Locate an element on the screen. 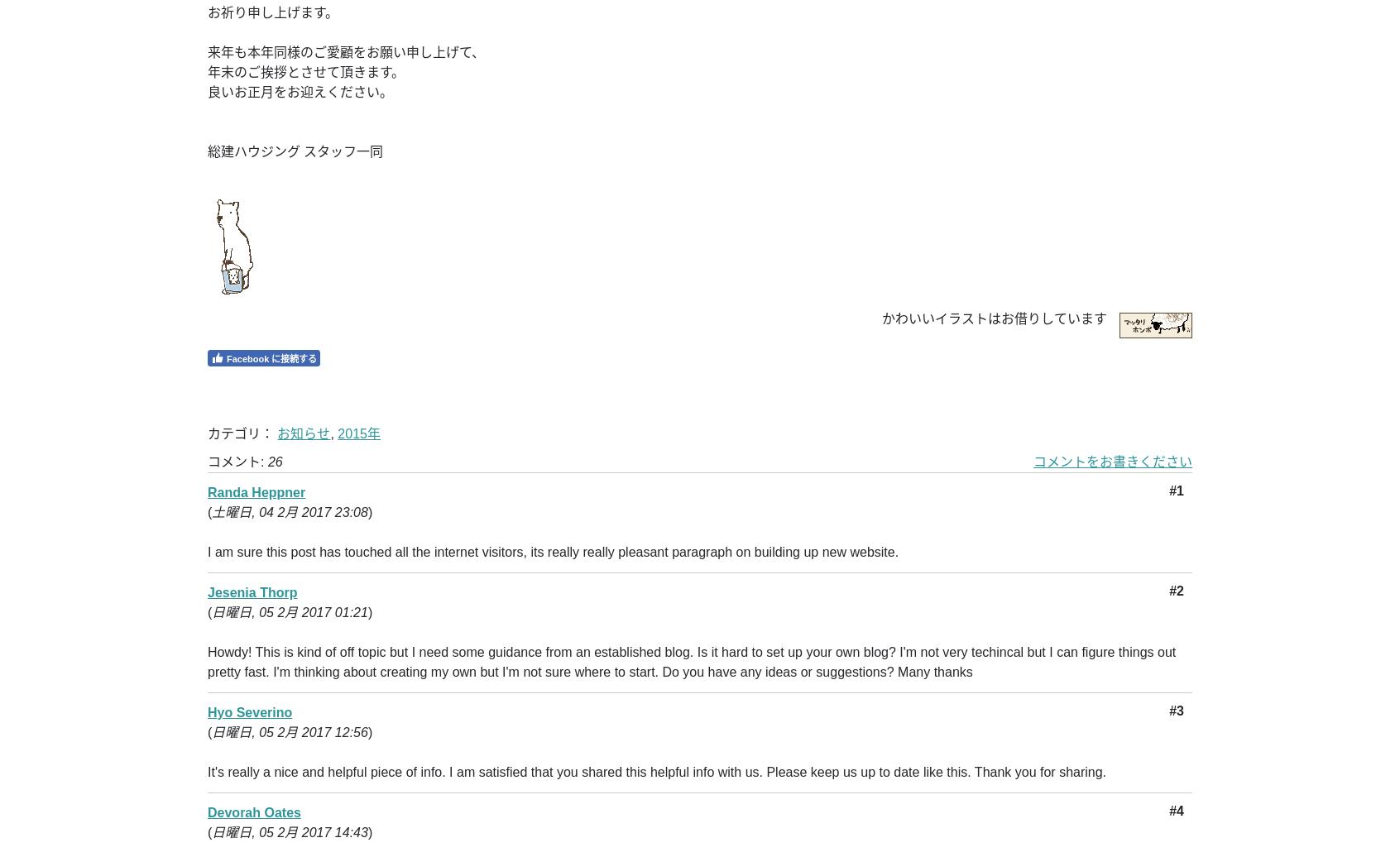 The image size is (1400, 857). '日曜日, 05 2月 2017 14:43' is located at coordinates (289, 832).